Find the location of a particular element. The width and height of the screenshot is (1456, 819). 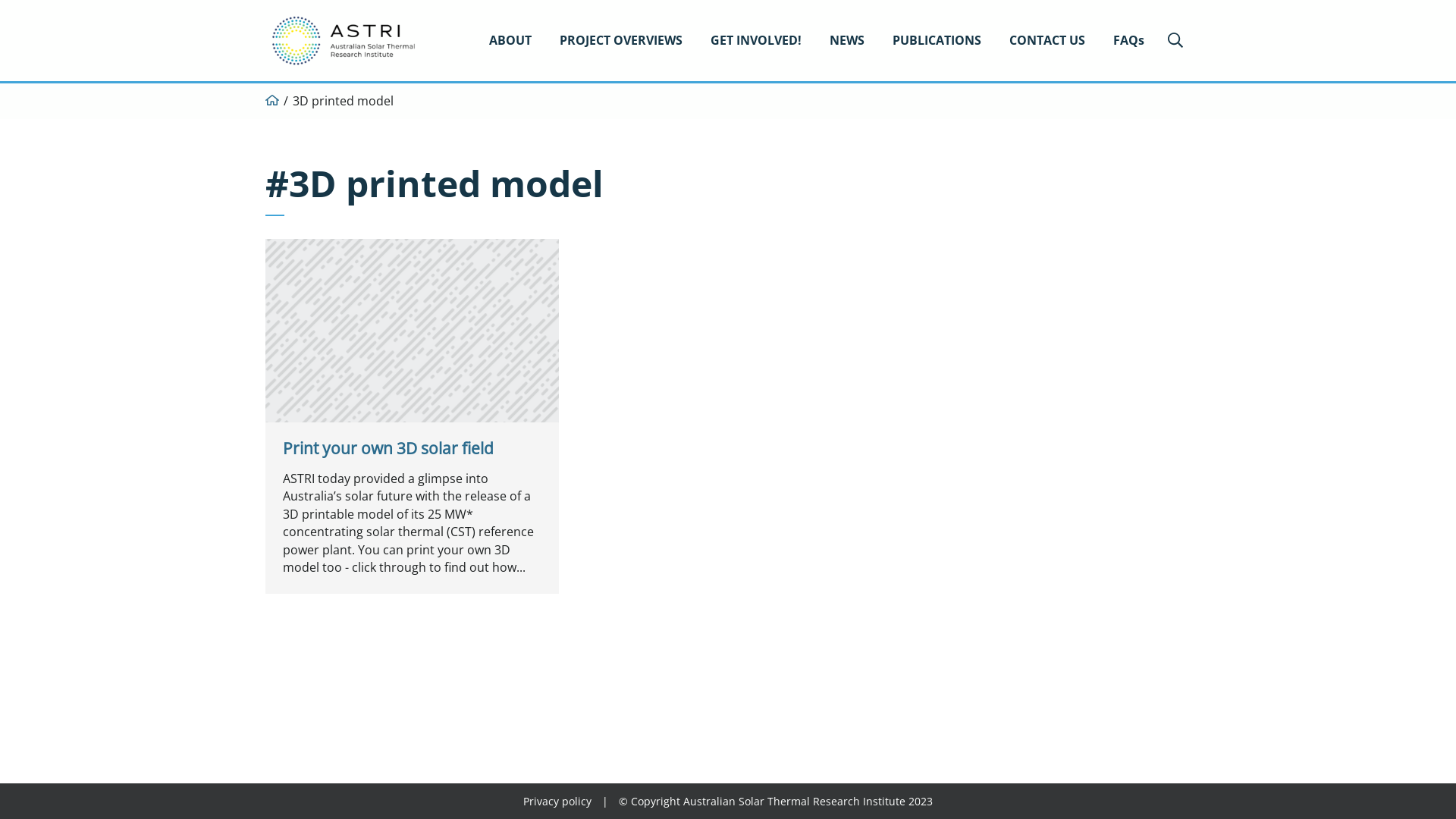

'FAQs' is located at coordinates (1128, 39).